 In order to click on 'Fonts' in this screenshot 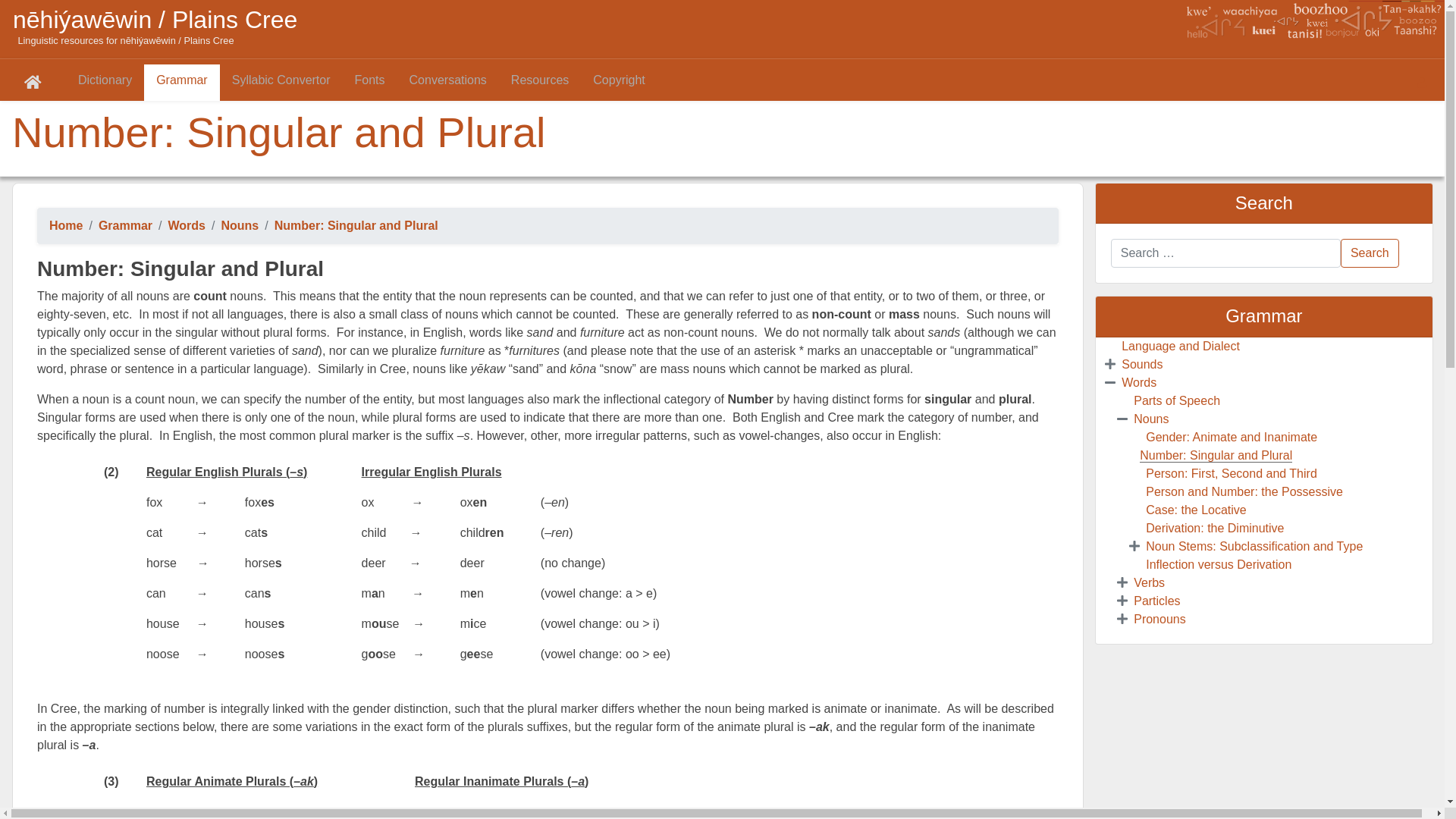, I will do `click(370, 82)`.